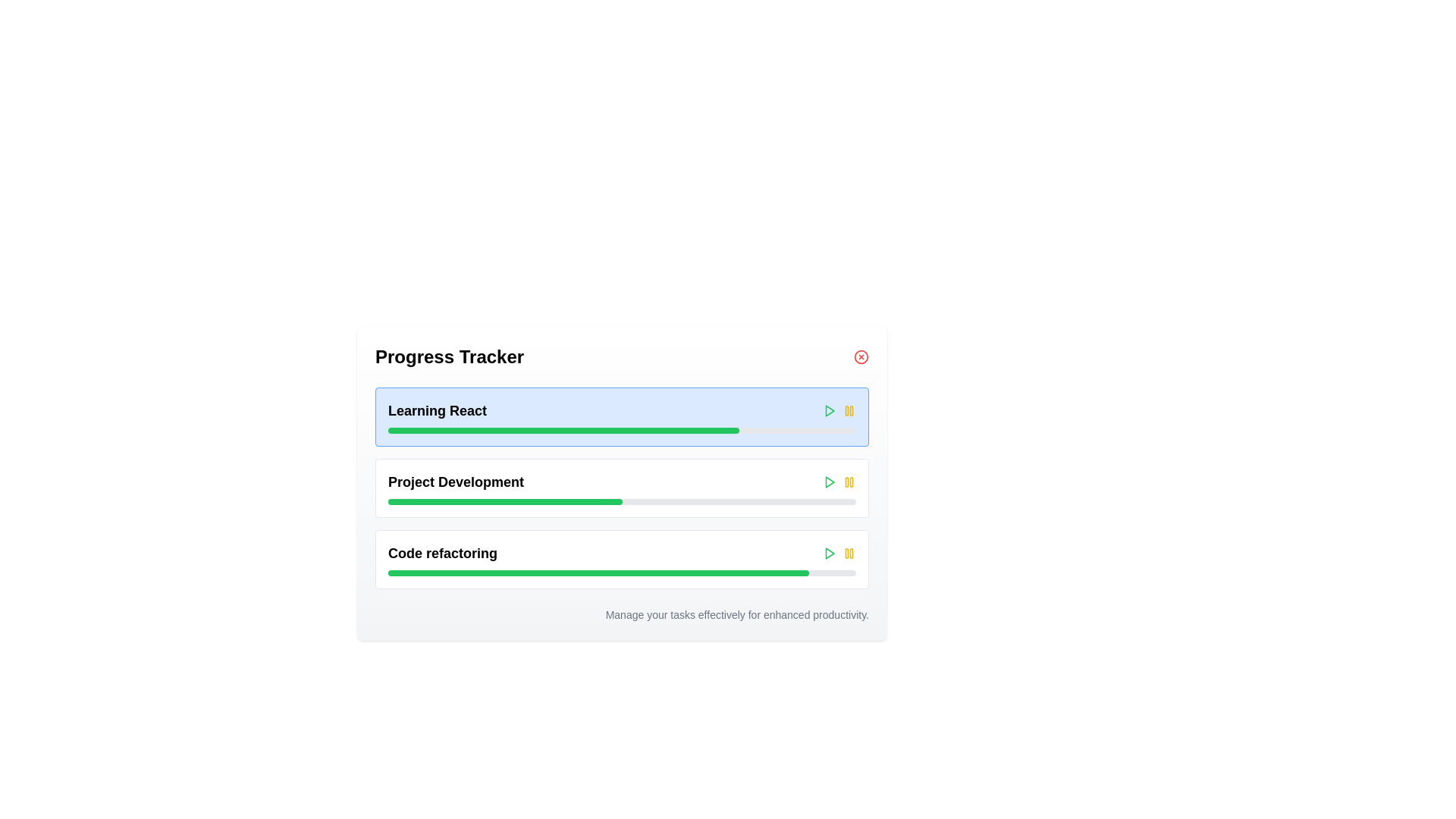 This screenshot has width=1456, height=819. What do you see at coordinates (829, 411) in the screenshot?
I see `the green triangle 'Play' button located to the far right of the 'Learning React' task bar` at bounding box center [829, 411].